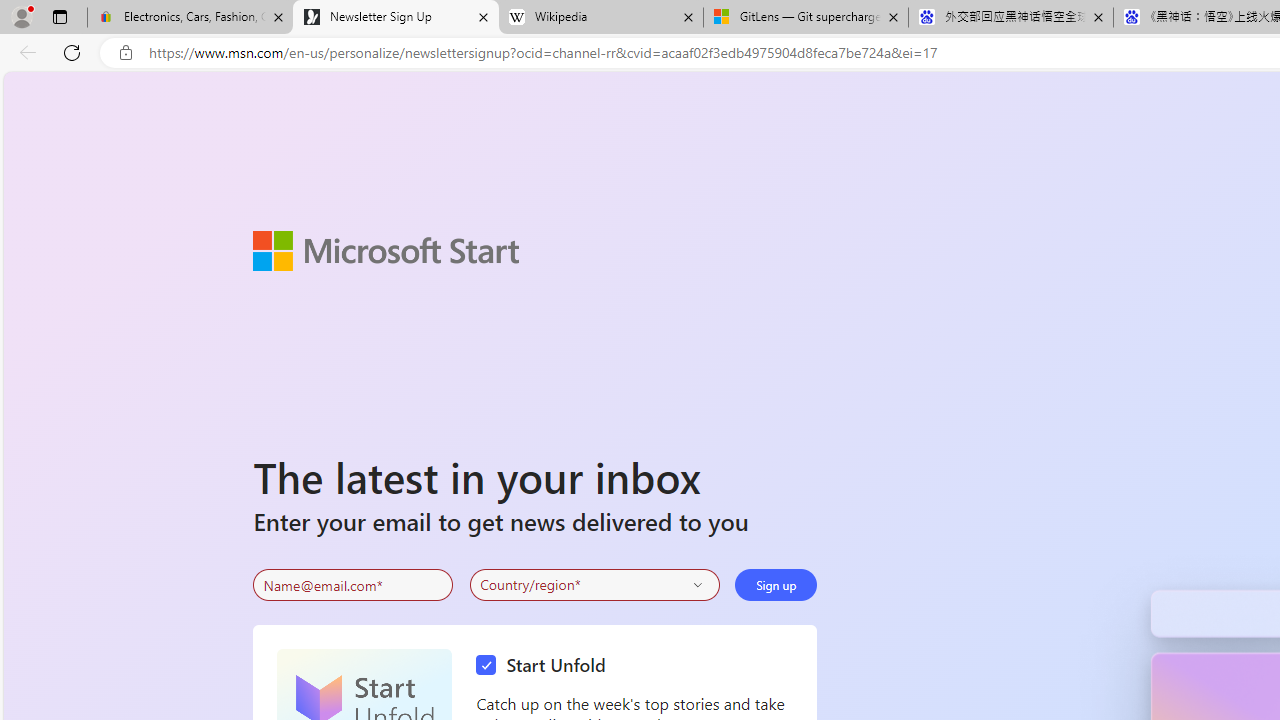 The height and width of the screenshot is (720, 1280). What do you see at coordinates (125, 52) in the screenshot?
I see `'View site information'` at bounding box center [125, 52].